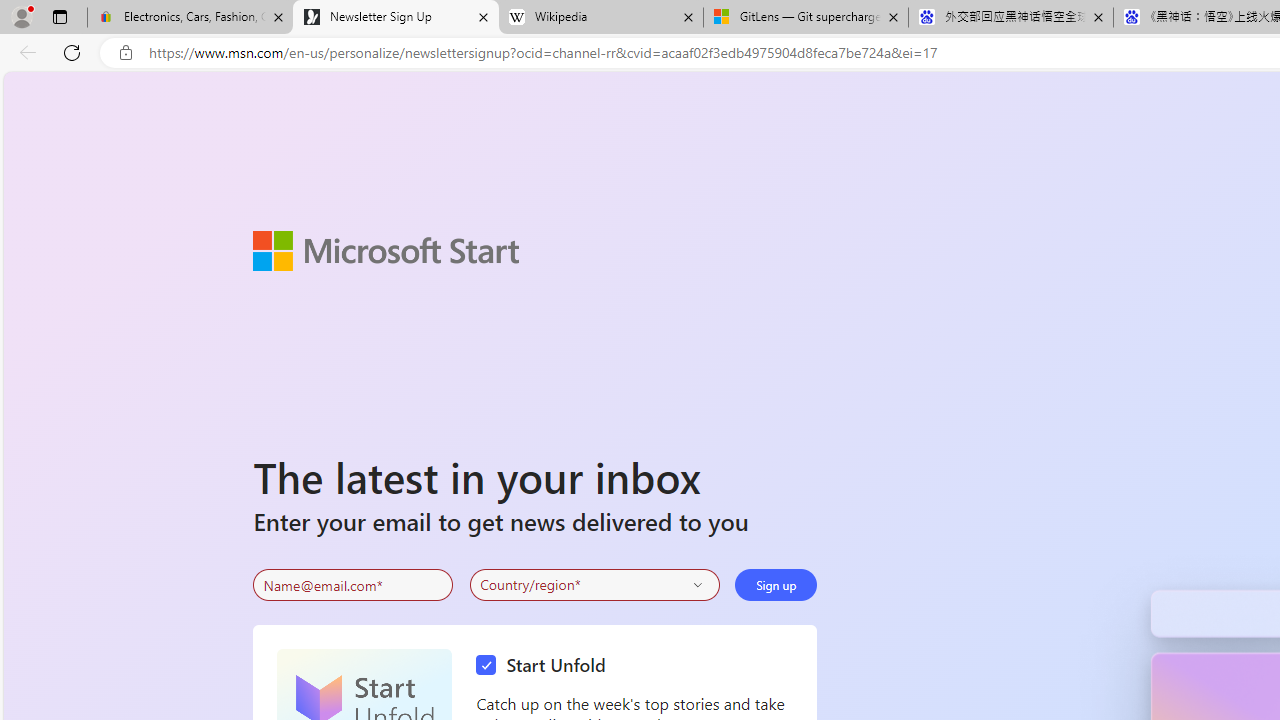 The height and width of the screenshot is (720, 1280). What do you see at coordinates (125, 52) in the screenshot?
I see `'View site information'` at bounding box center [125, 52].